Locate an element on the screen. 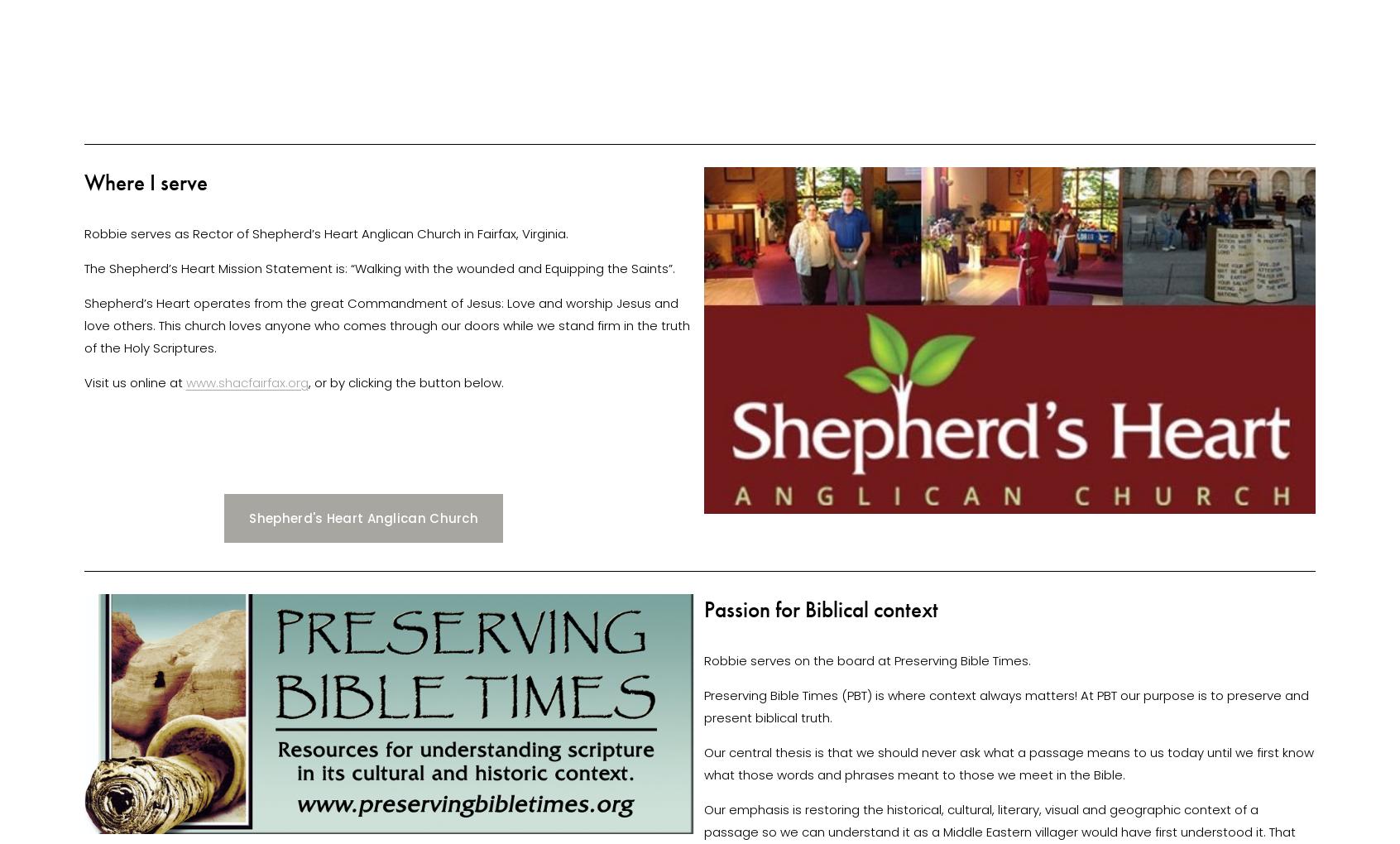  ', or by clicking the button below.' is located at coordinates (406, 381).